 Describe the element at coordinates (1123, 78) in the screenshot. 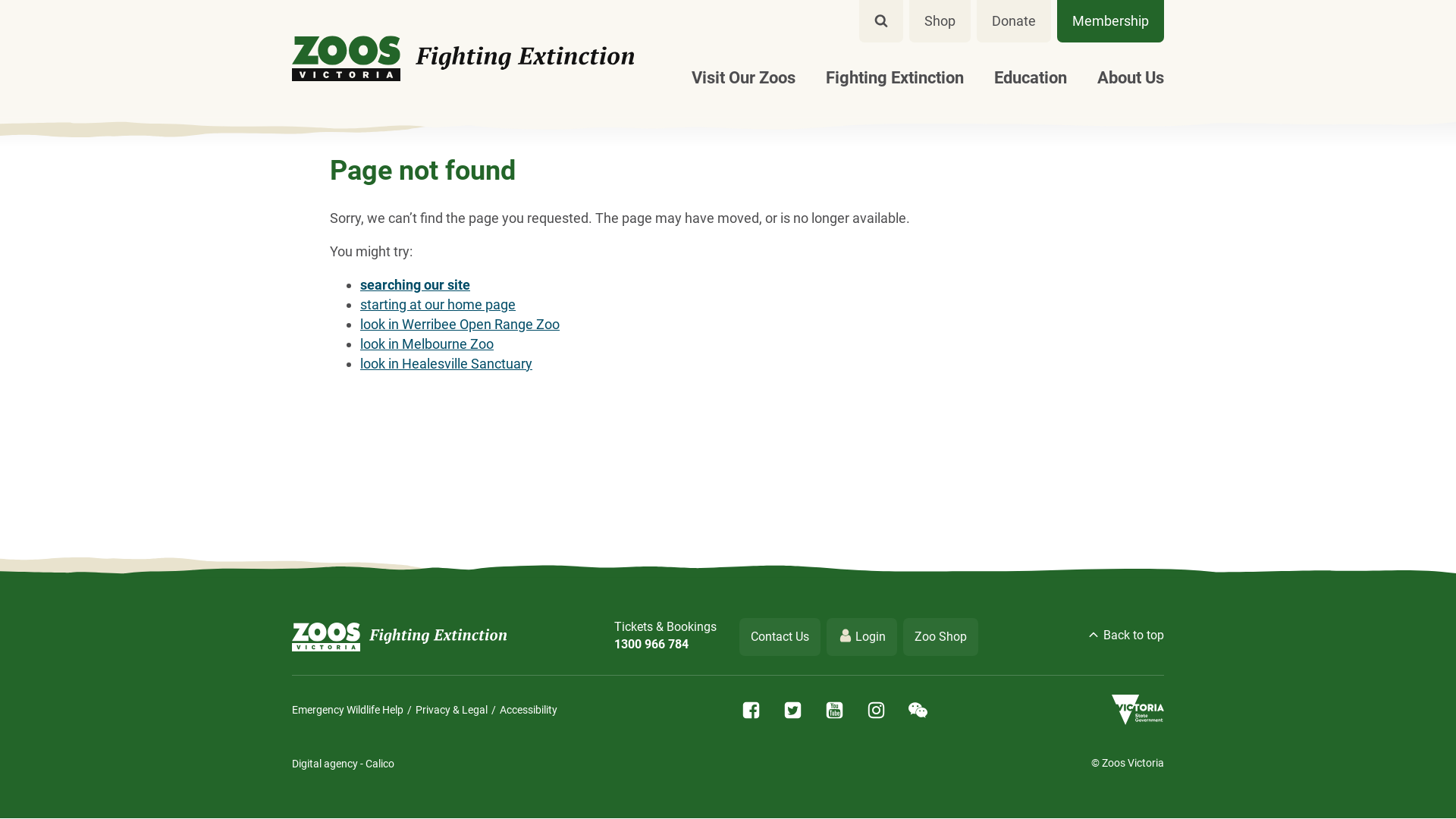

I see `'About Us'` at that location.